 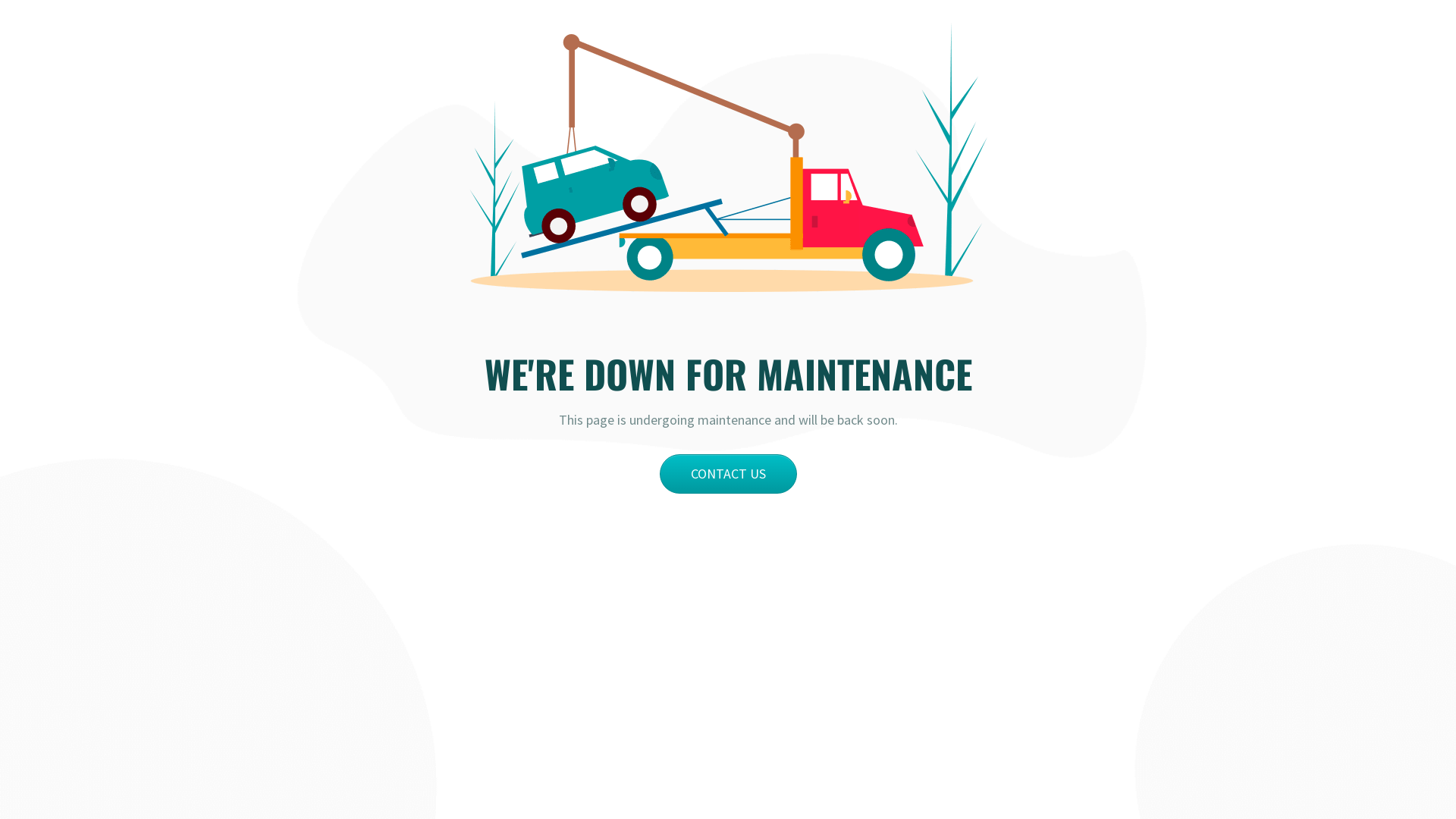 What do you see at coordinates (659, 472) in the screenshot?
I see `'CONTACT US'` at bounding box center [659, 472].